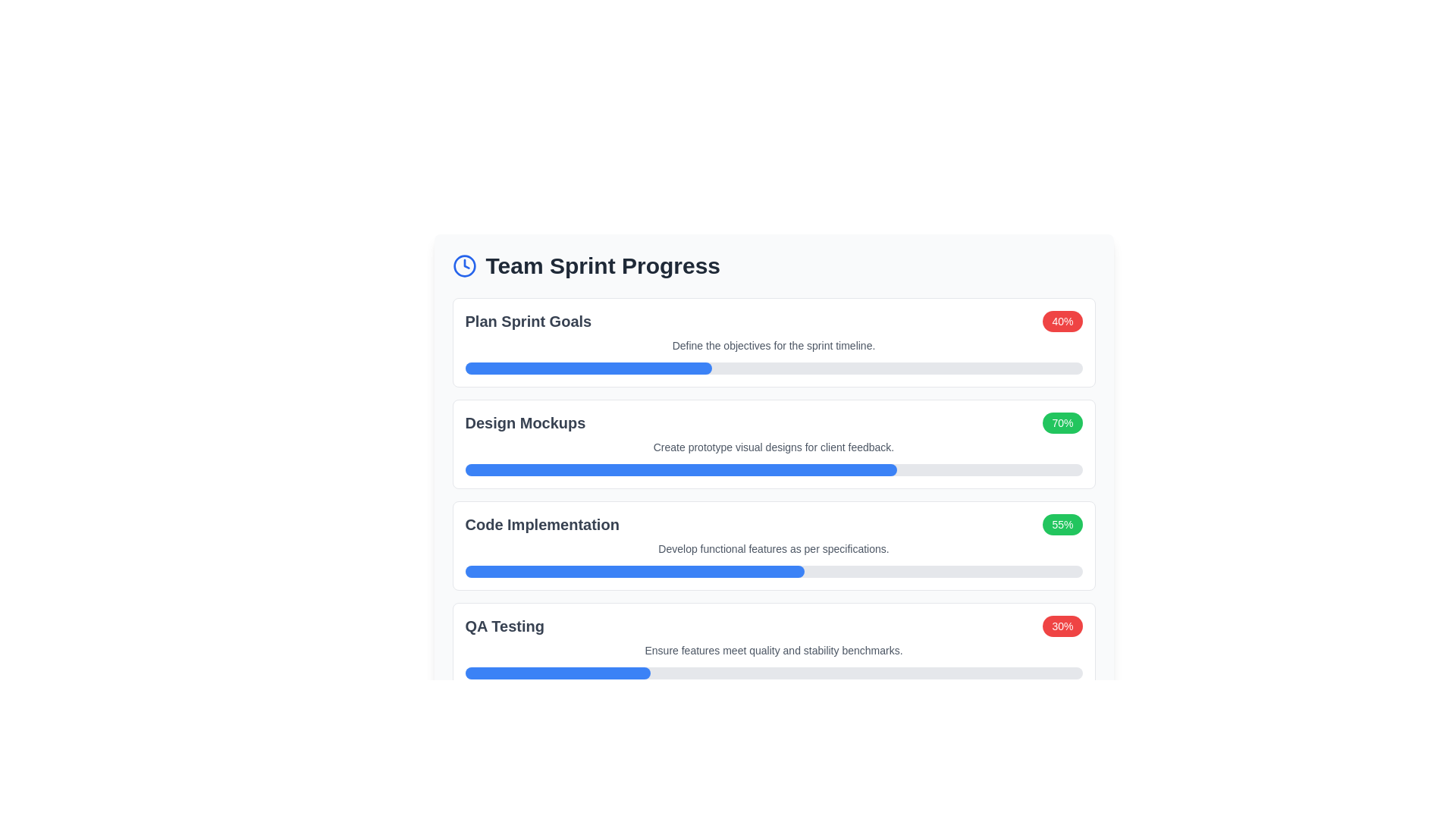 This screenshot has width=1456, height=819. I want to click on the textual component displaying 'Create prototype visual designs for client feedback.' located in the 'Design Mockups' section, below the title 'Design Mockups' and above the progress bar, so click(773, 447).